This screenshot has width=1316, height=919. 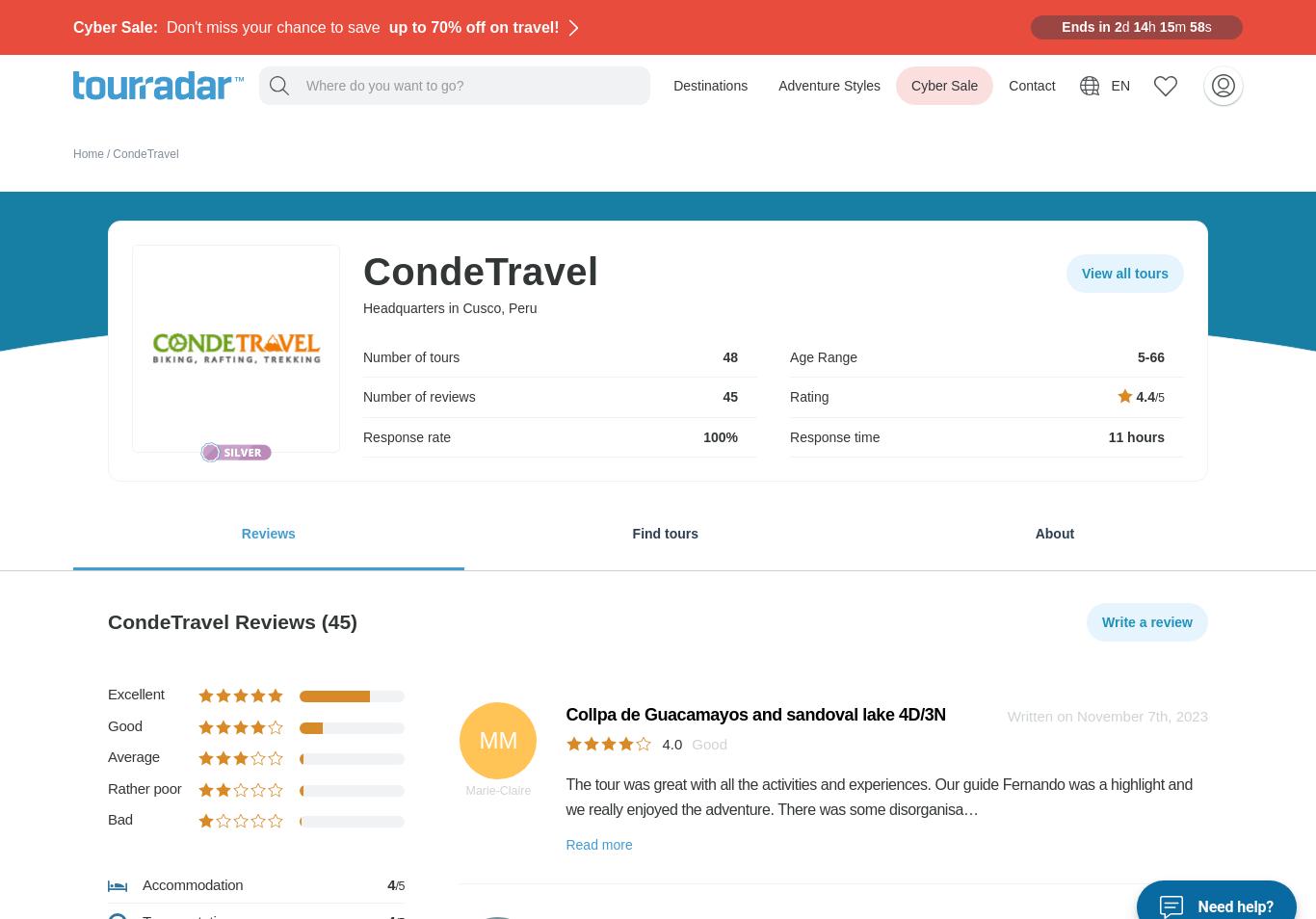 What do you see at coordinates (672, 83) in the screenshot?
I see `'Destinations'` at bounding box center [672, 83].